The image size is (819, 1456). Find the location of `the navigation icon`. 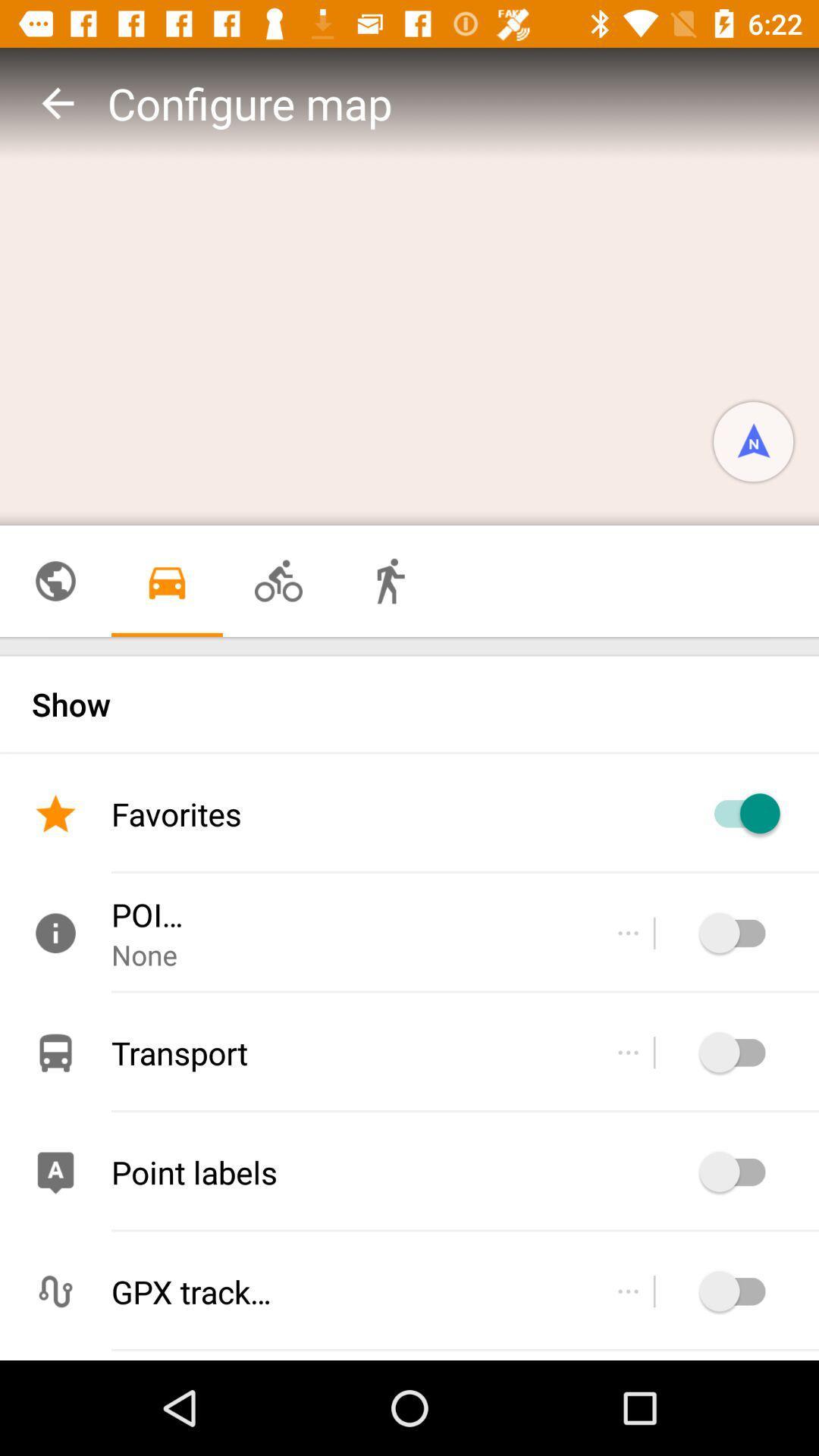

the navigation icon is located at coordinates (753, 441).